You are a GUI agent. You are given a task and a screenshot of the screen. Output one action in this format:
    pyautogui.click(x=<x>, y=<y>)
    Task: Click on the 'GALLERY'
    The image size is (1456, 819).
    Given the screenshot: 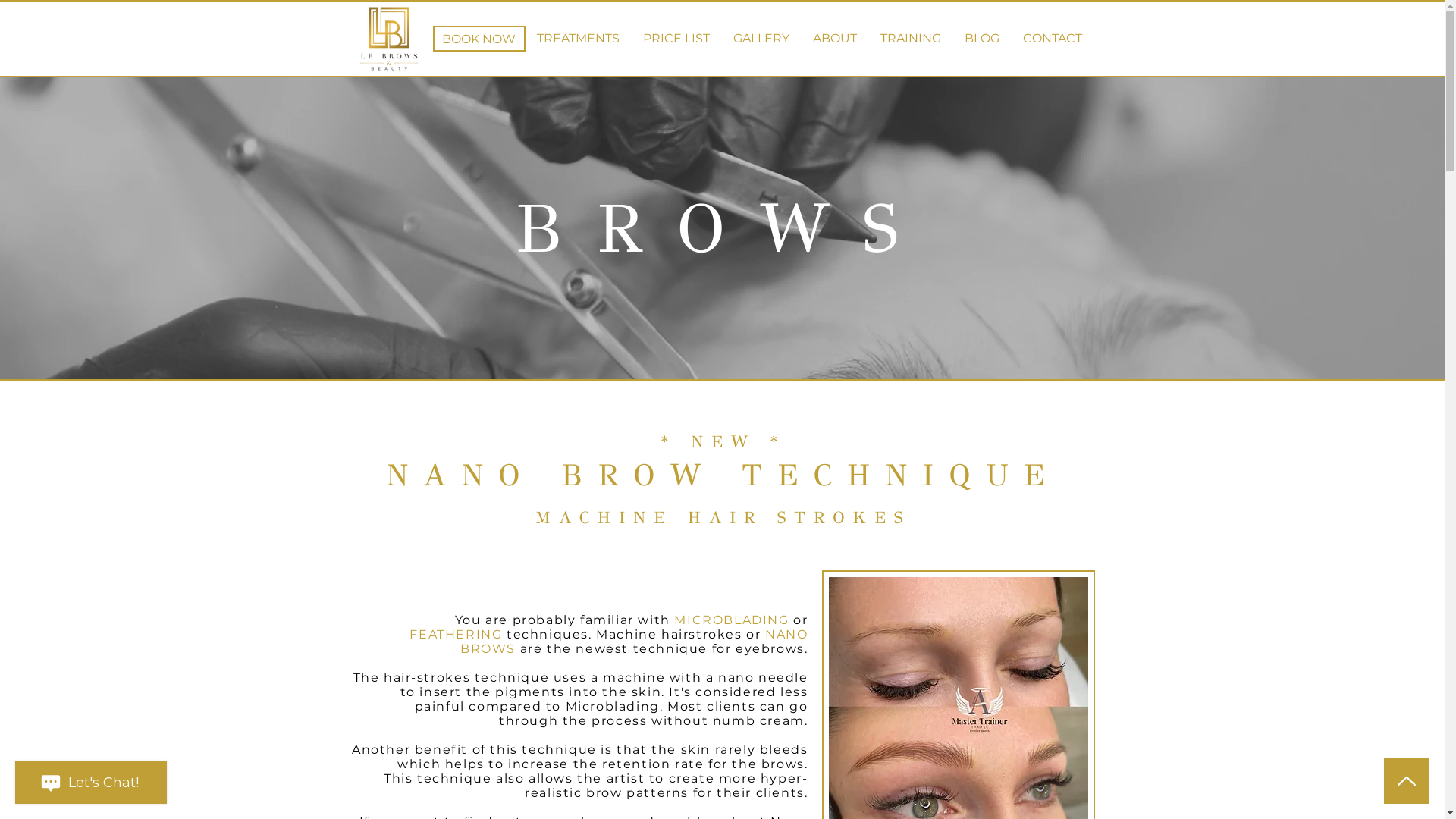 What is the action you would take?
    pyautogui.click(x=761, y=37)
    